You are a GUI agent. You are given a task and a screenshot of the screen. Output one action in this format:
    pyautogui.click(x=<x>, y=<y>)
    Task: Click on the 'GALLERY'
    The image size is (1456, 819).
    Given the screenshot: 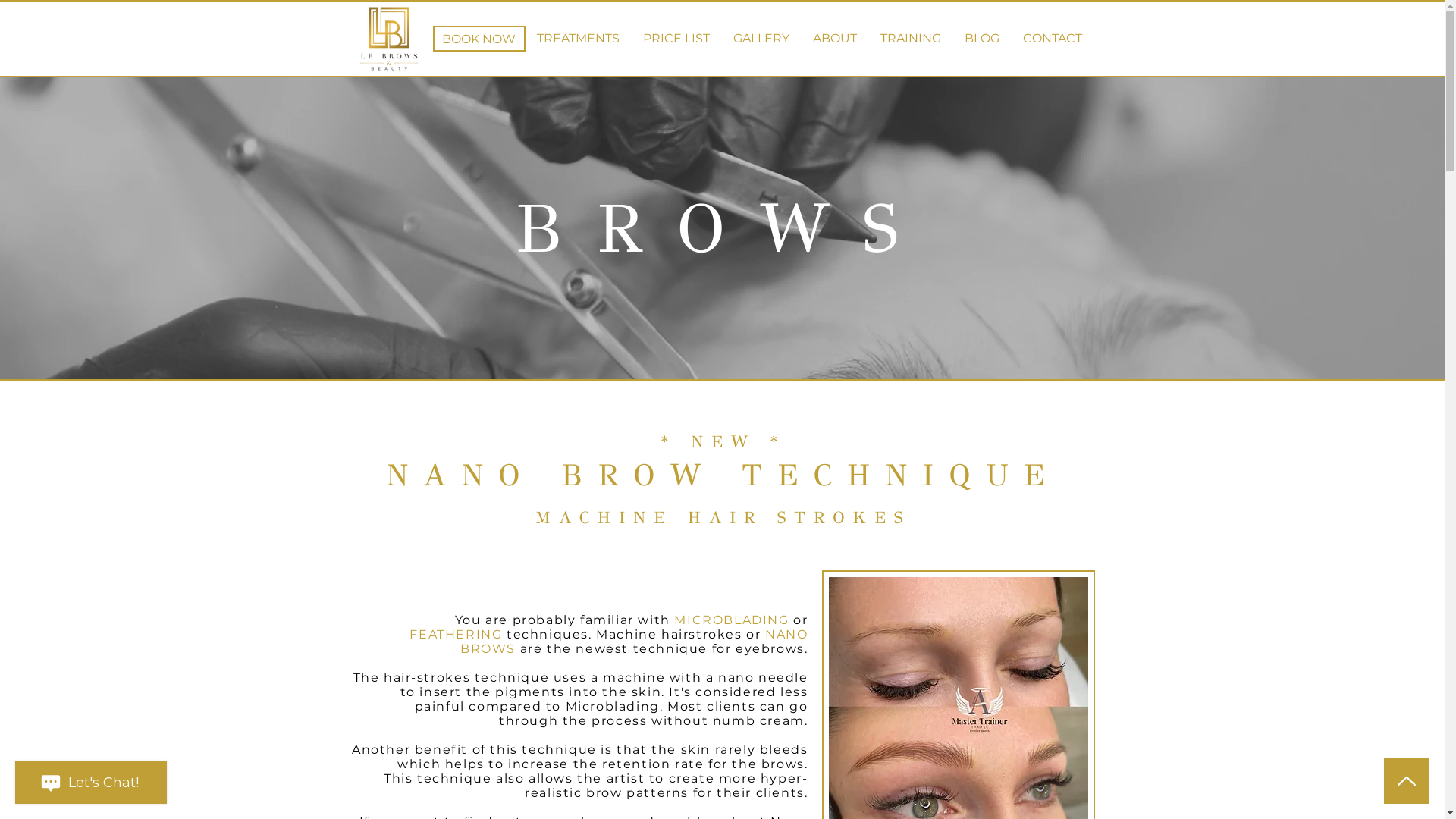 What is the action you would take?
    pyautogui.click(x=761, y=37)
    